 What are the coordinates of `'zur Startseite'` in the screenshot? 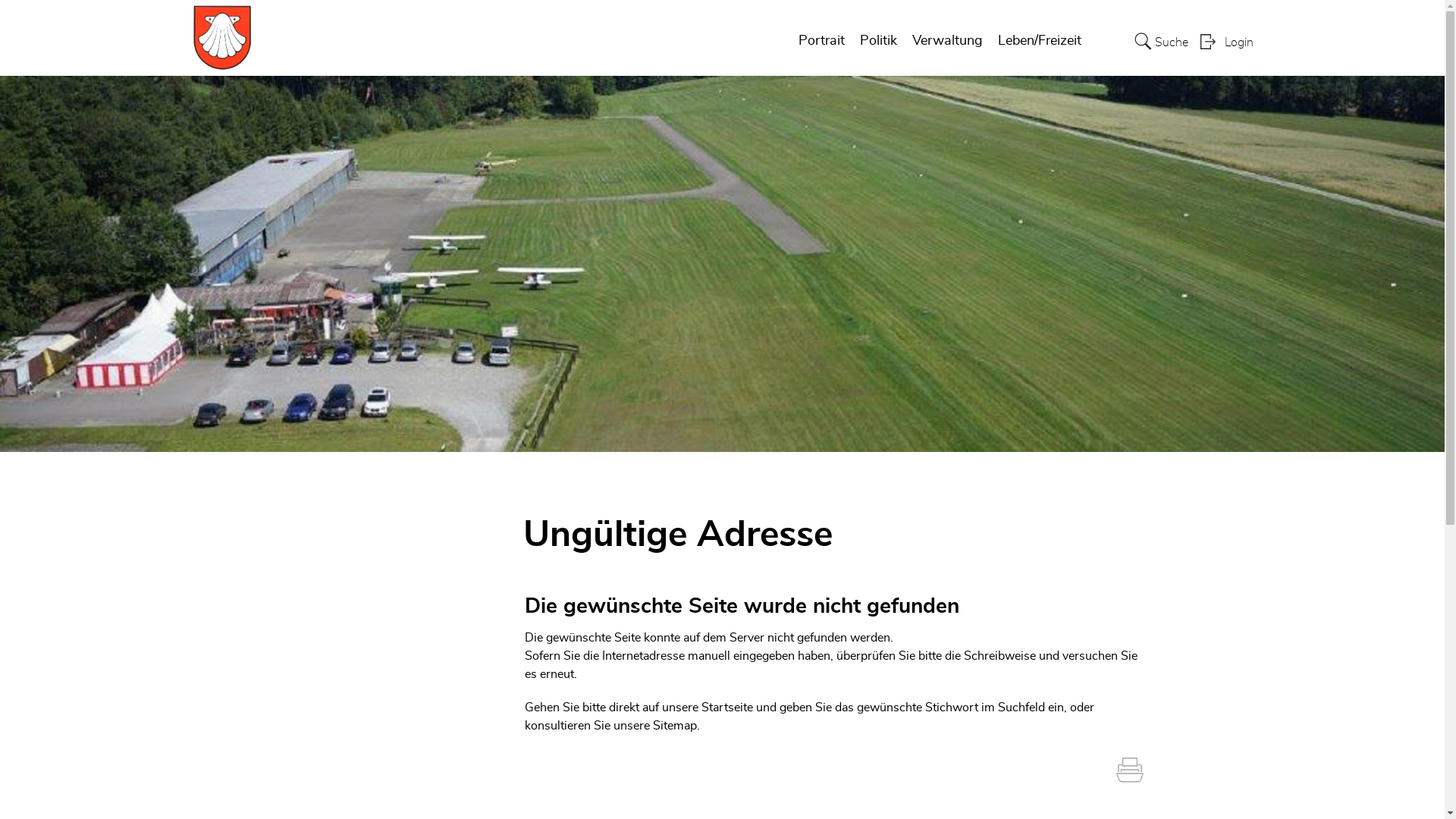 It's located at (0, 0).